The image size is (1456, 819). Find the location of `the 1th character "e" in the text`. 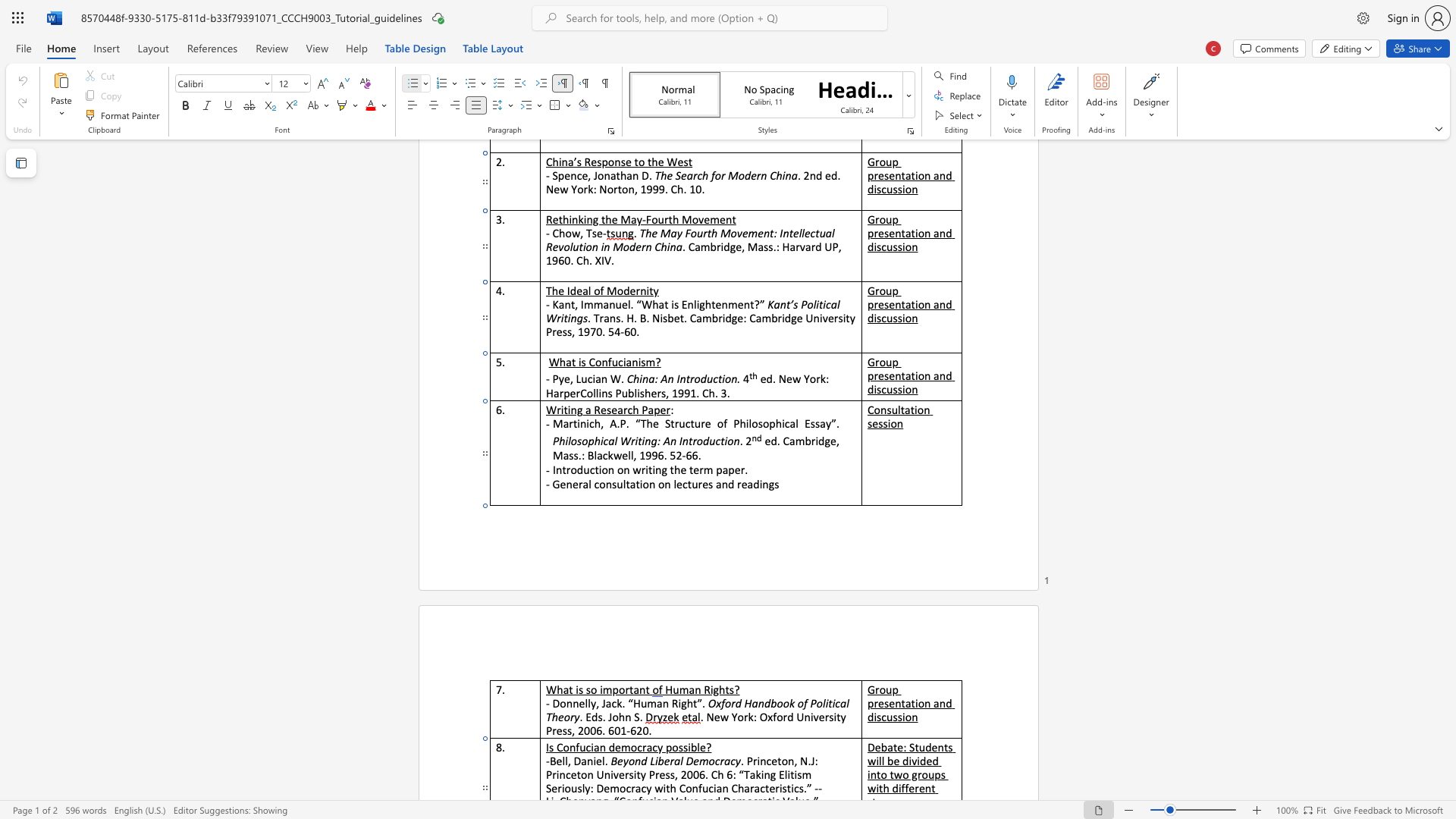

the 1th character "e" in the text is located at coordinates (682, 469).